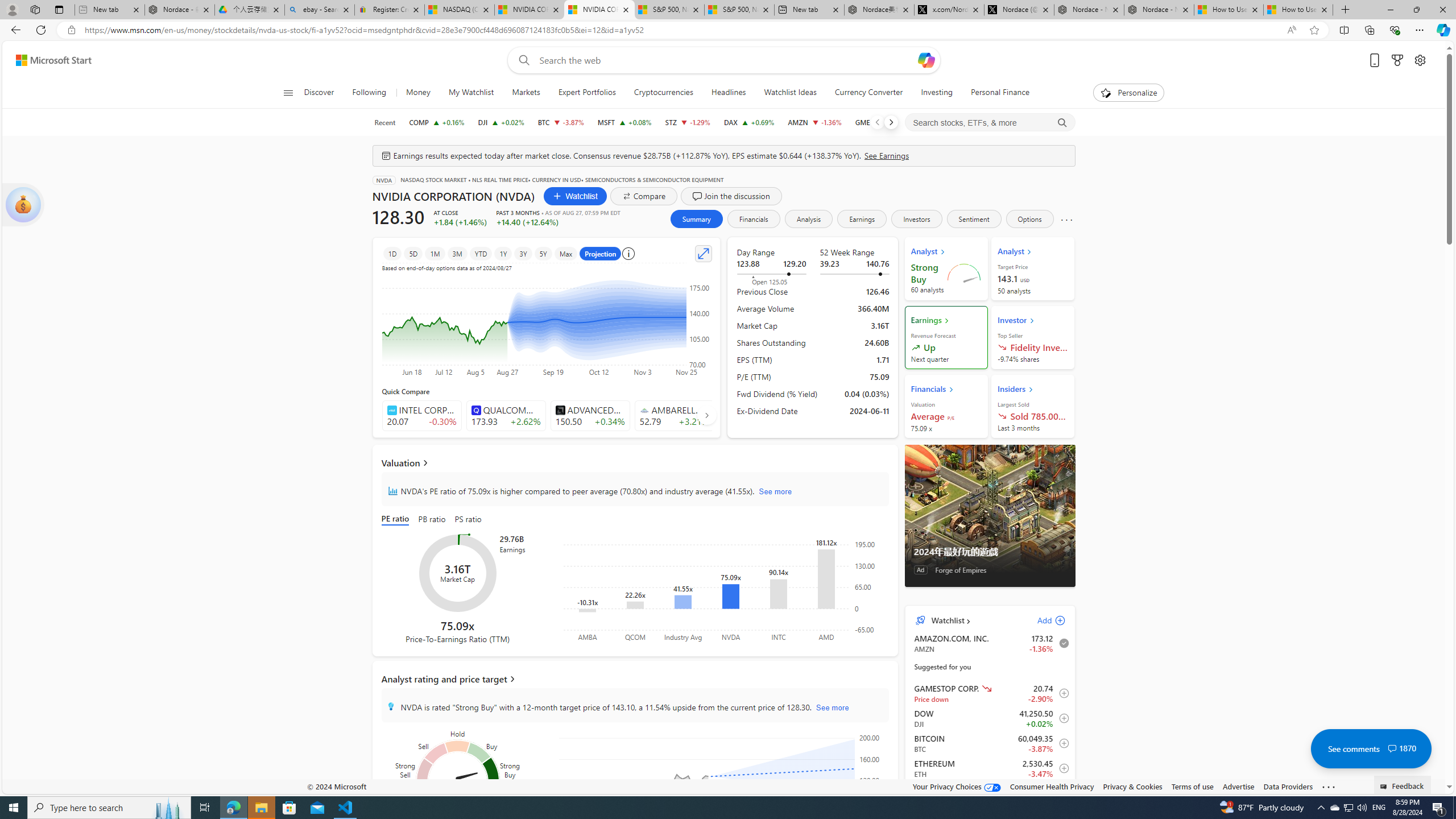 The height and width of the screenshot is (819, 1456). What do you see at coordinates (600, 253) in the screenshot?
I see `'Projection'` at bounding box center [600, 253].